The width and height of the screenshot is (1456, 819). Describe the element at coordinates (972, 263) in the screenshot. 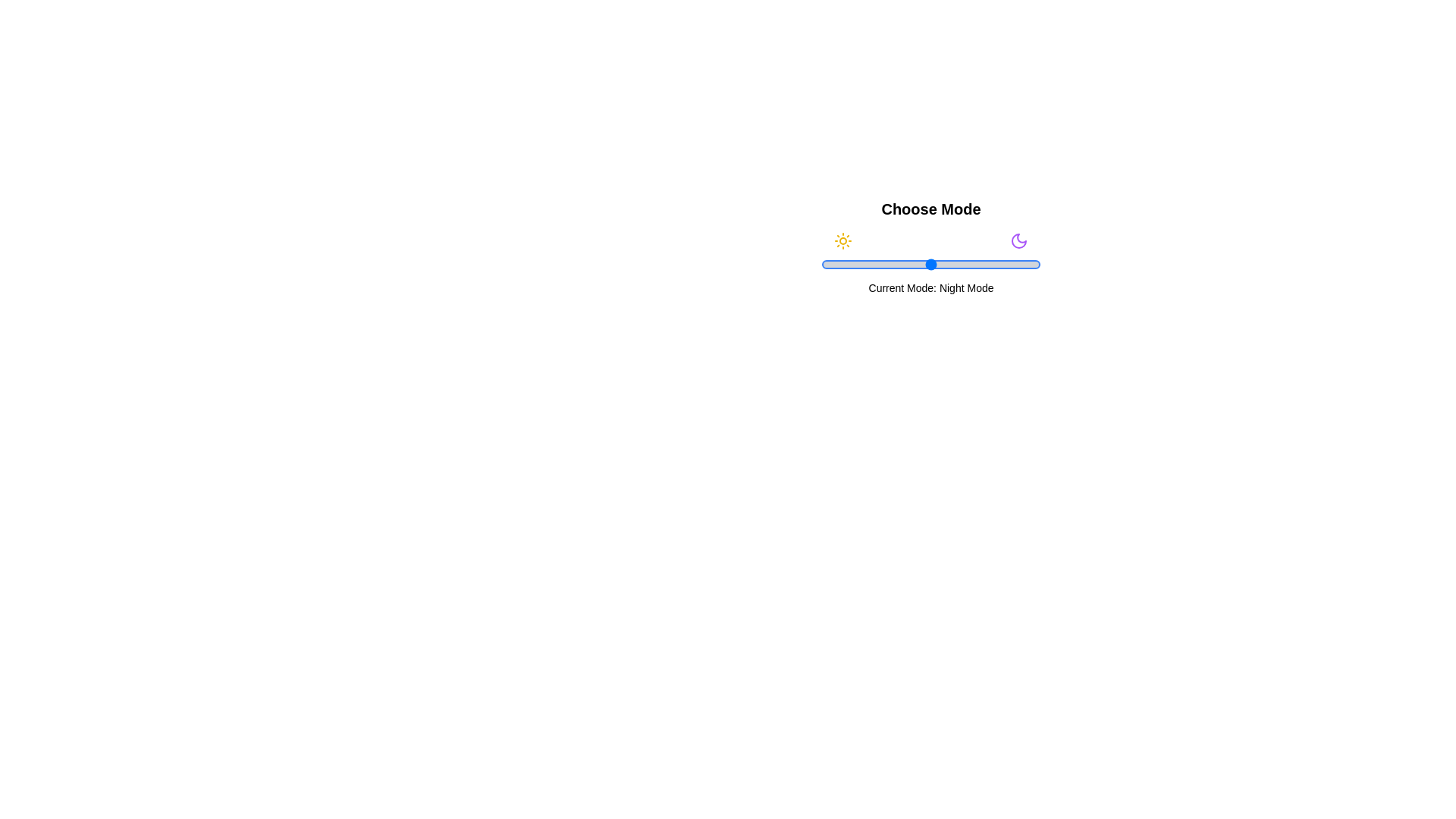

I see `the slider to 69% to set the mode` at that location.